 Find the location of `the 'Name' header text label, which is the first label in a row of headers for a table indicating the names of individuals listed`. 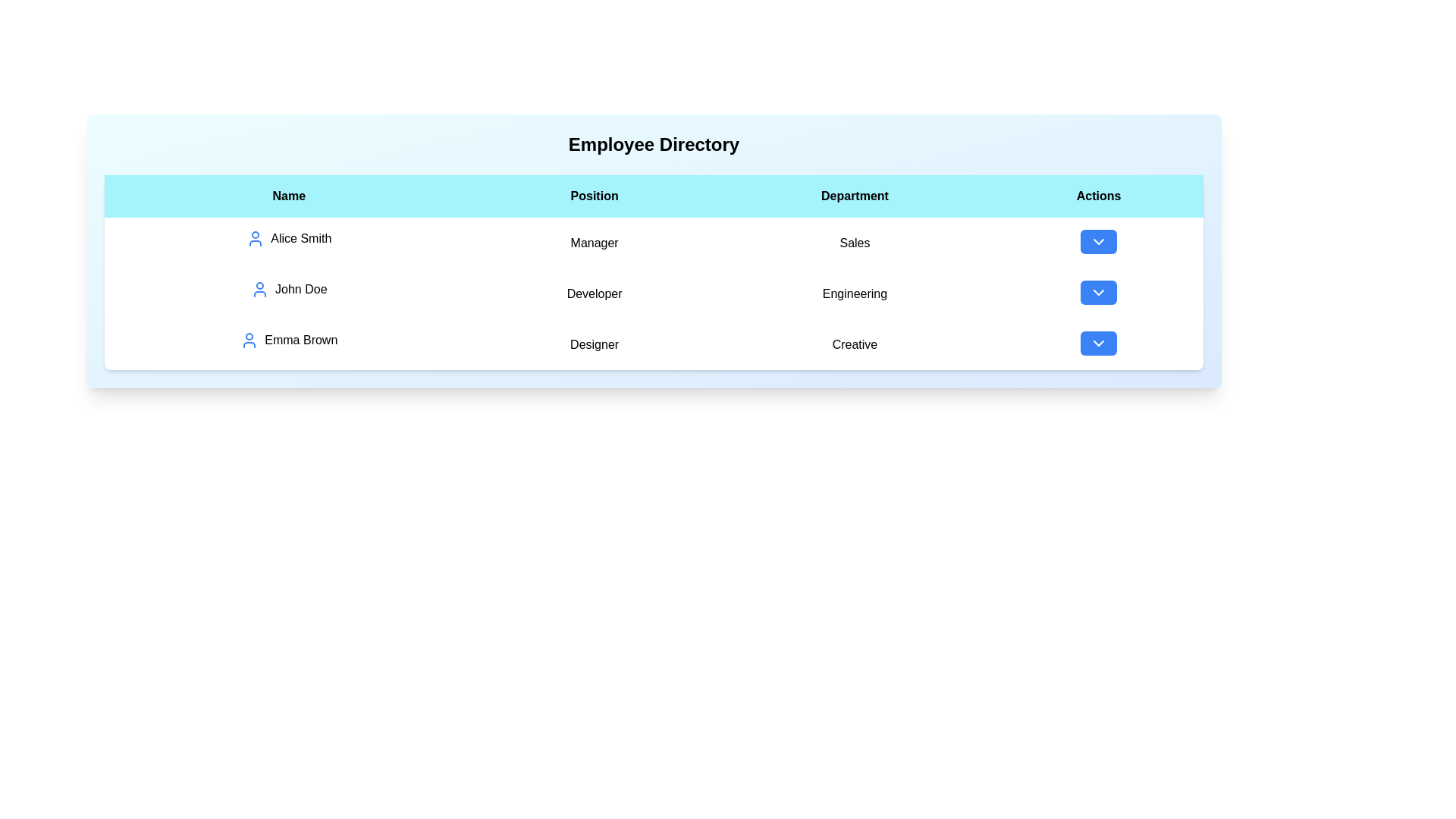

the 'Name' header text label, which is the first label in a row of headers for a table indicating the names of individuals listed is located at coordinates (289, 195).